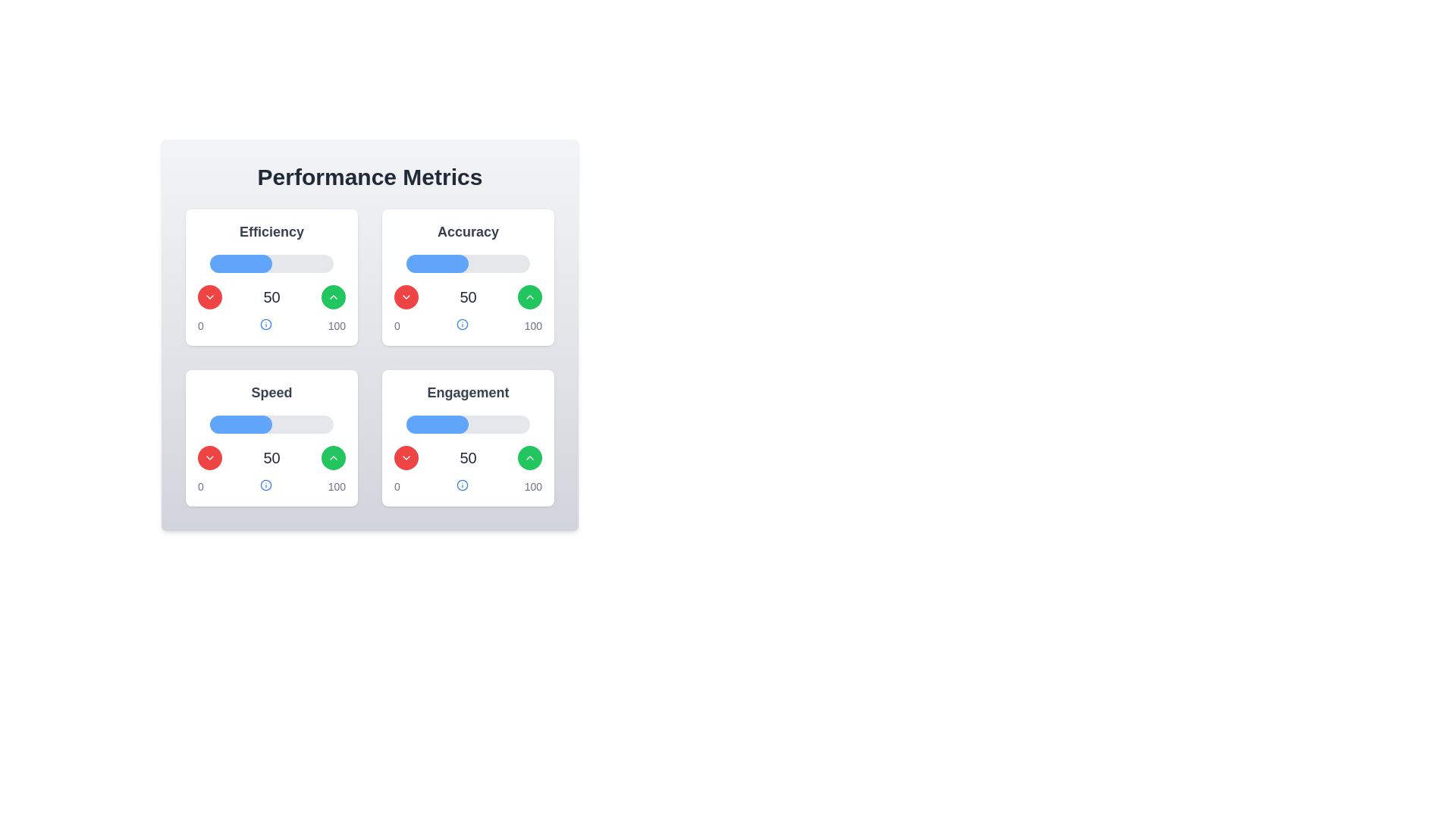  What do you see at coordinates (333, 457) in the screenshot?
I see `the circular green button with a white chevron icon pointing upwards, located to the right of a red button and a numeric value '50' in the bottom-right quadrant under the 'Engagement' section` at bounding box center [333, 457].